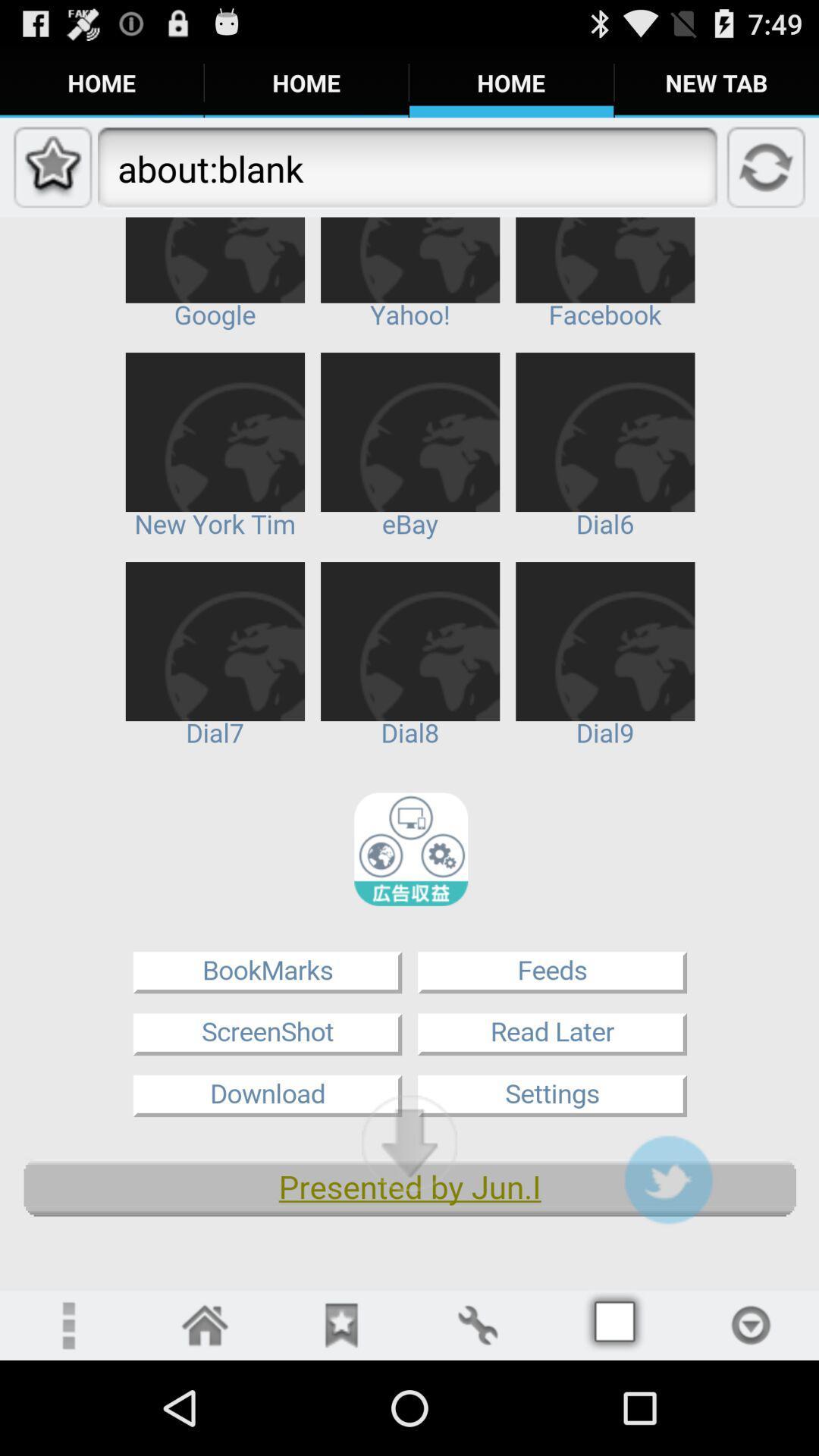 This screenshot has height=1456, width=819. What do you see at coordinates (751, 1324) in the screenshot?
I see `location` at bounding box center [751, 1324].